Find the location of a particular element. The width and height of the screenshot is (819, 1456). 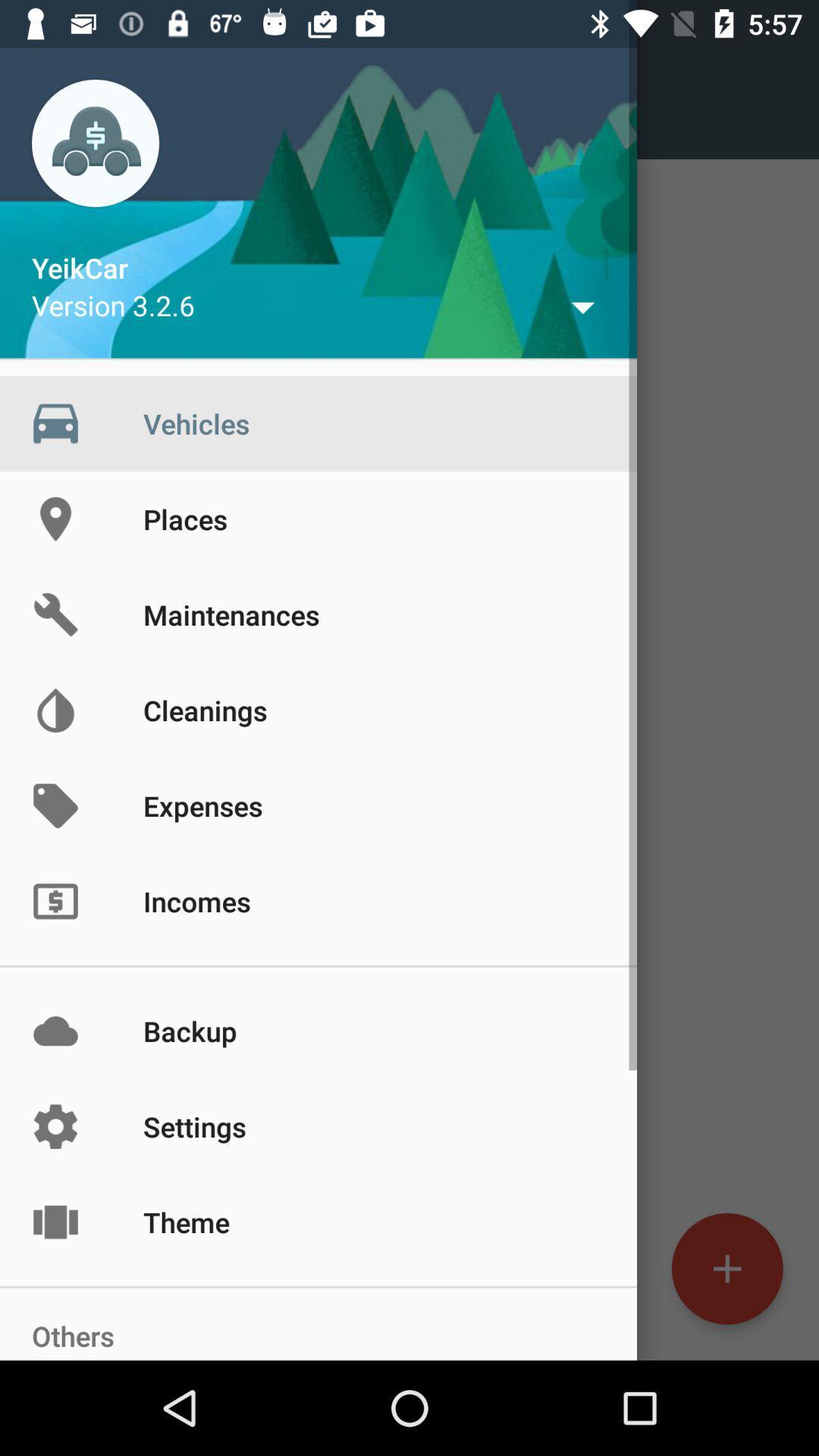

the add icon is located at coordinates (726, 1269).